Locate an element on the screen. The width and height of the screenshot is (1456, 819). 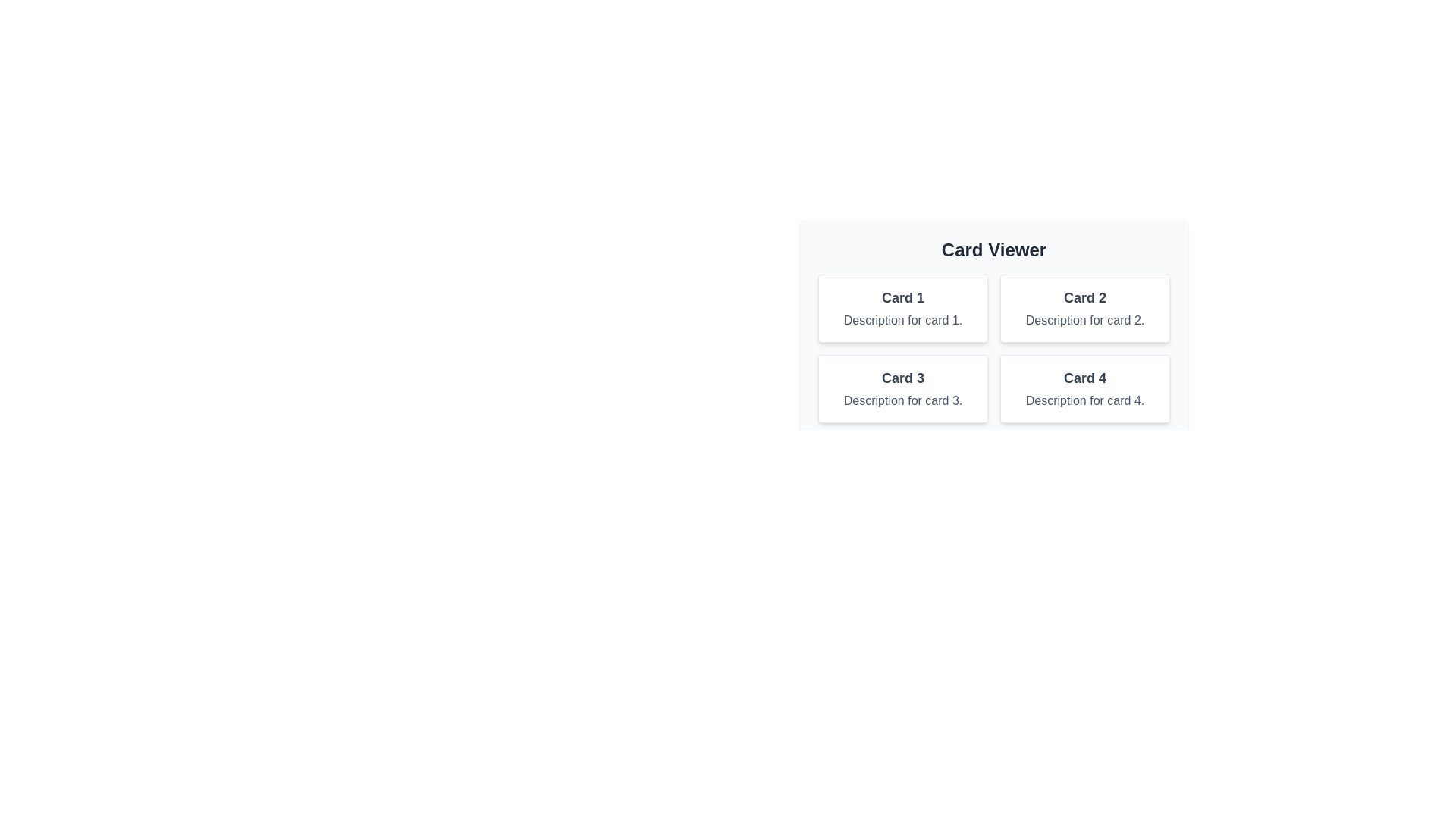
the disabled state of the 'Previous' button on the Pagination control bar, which is located at the bottom of the card viewer, with the 'Next' button on the right and the 'Page 1 of 5' text in the center is located at coordinates (993, 455).